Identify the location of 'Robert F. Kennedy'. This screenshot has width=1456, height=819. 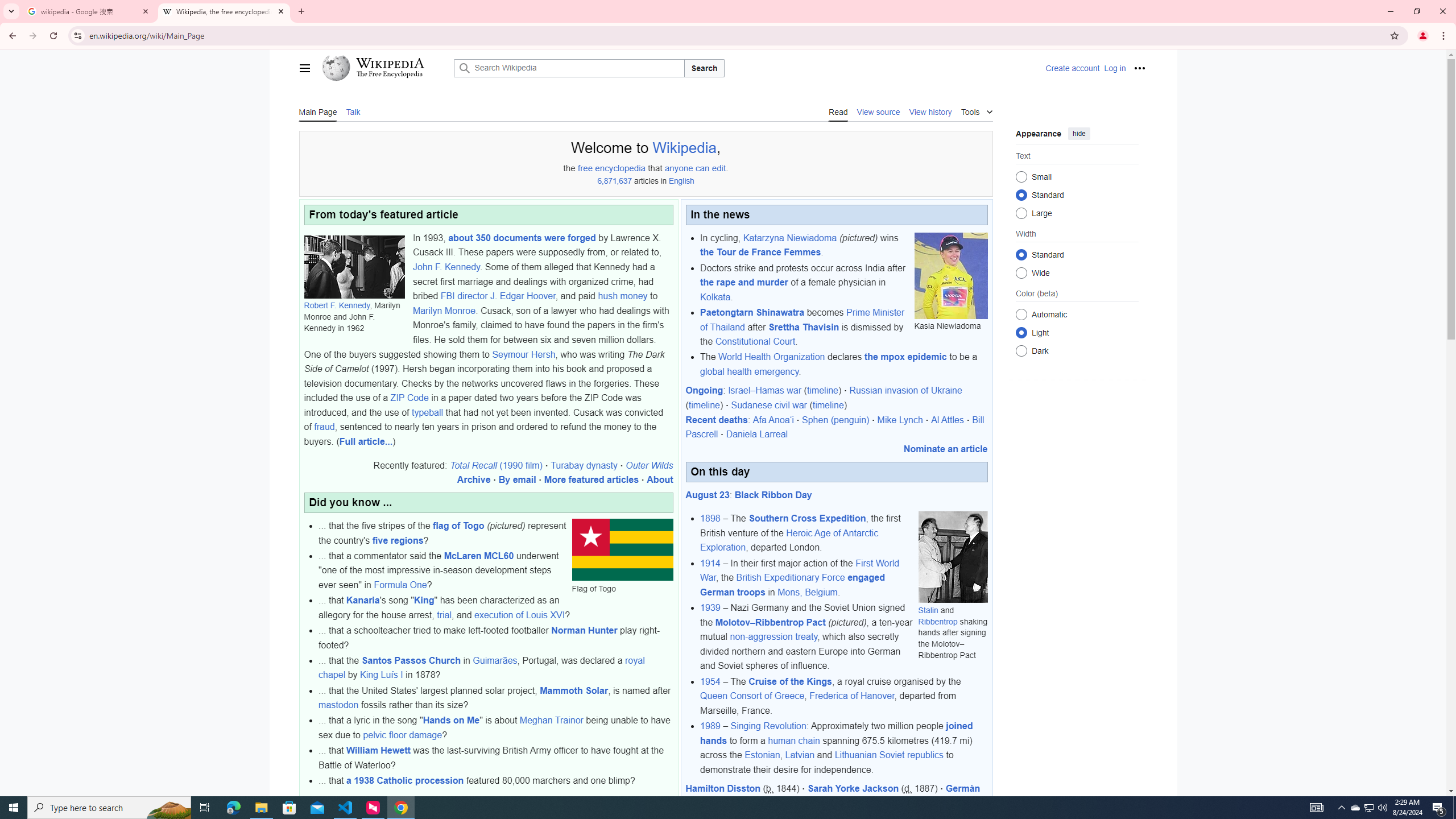
(336, 305).